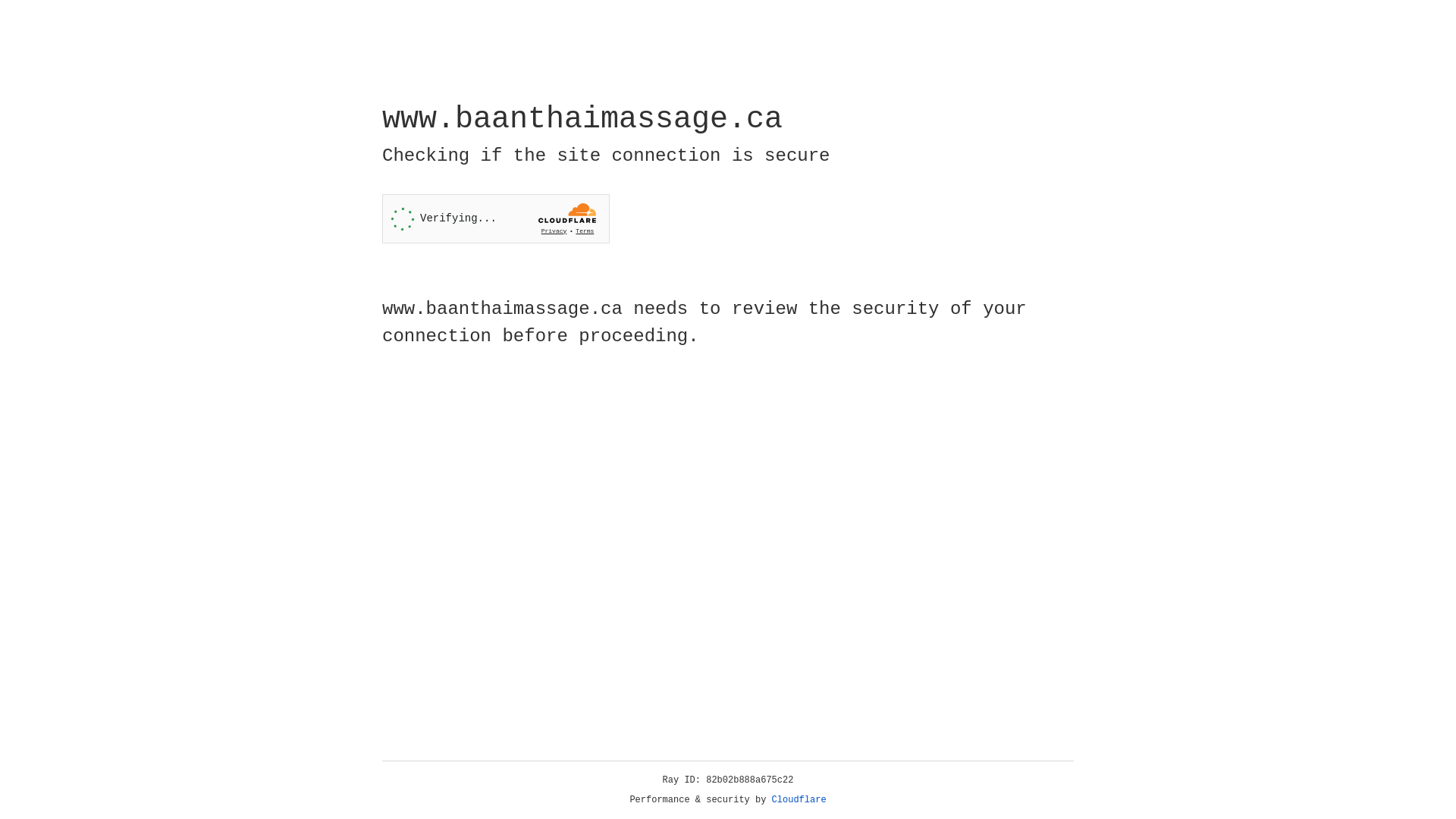 This screenshot has height=819, width=1456. What do you see at coordinates (799, 799) in the screenshot?
I see `'Cloudflare'` at bounding box center [799, 799].